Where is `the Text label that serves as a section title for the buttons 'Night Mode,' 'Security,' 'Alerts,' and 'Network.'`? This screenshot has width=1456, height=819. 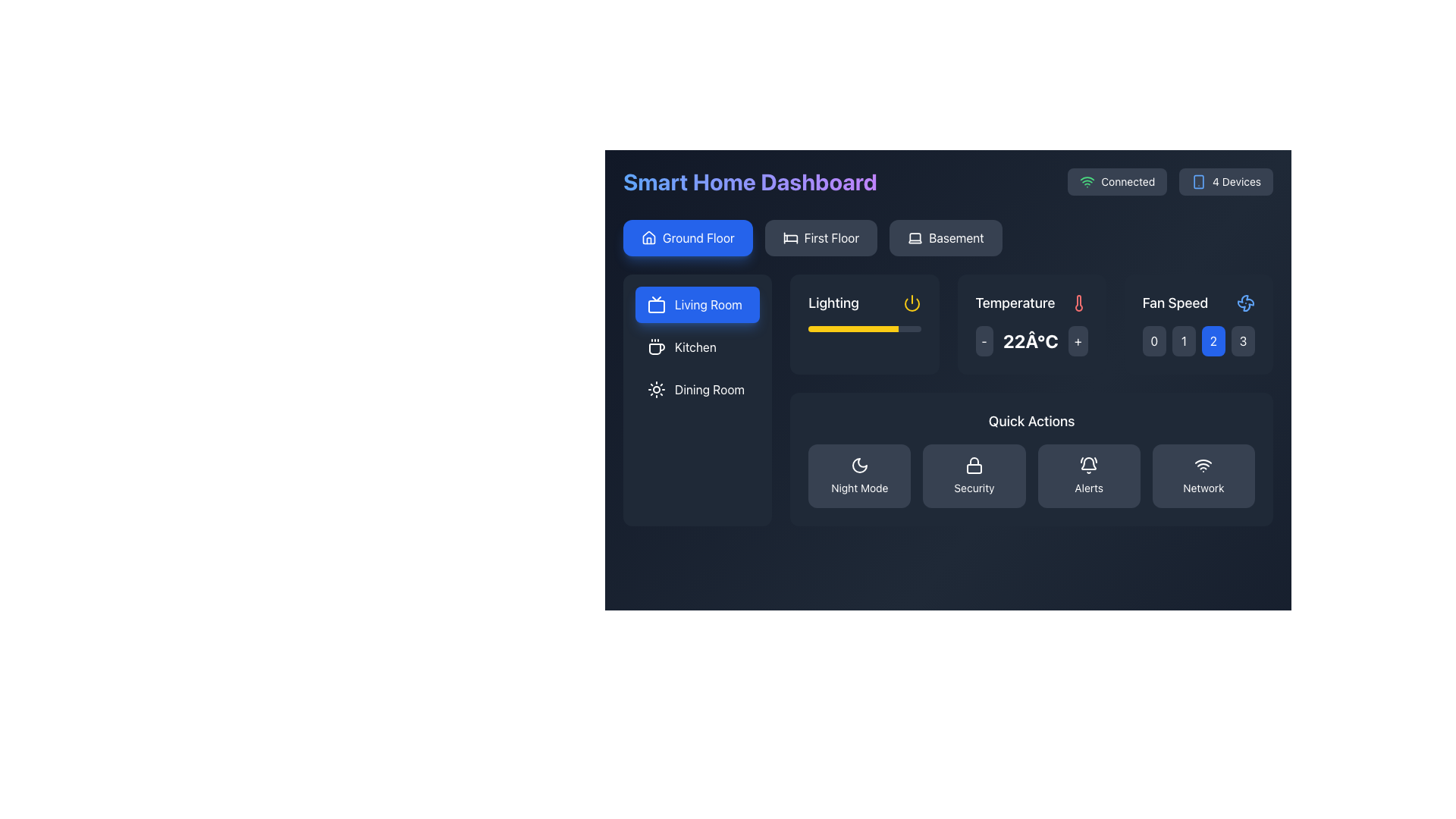 the Text label that serves as a section title for the buttons 'Night Mode,' 'Security,' 'Alerts,' and 'Network.' is located at coordinates (1031, 421).